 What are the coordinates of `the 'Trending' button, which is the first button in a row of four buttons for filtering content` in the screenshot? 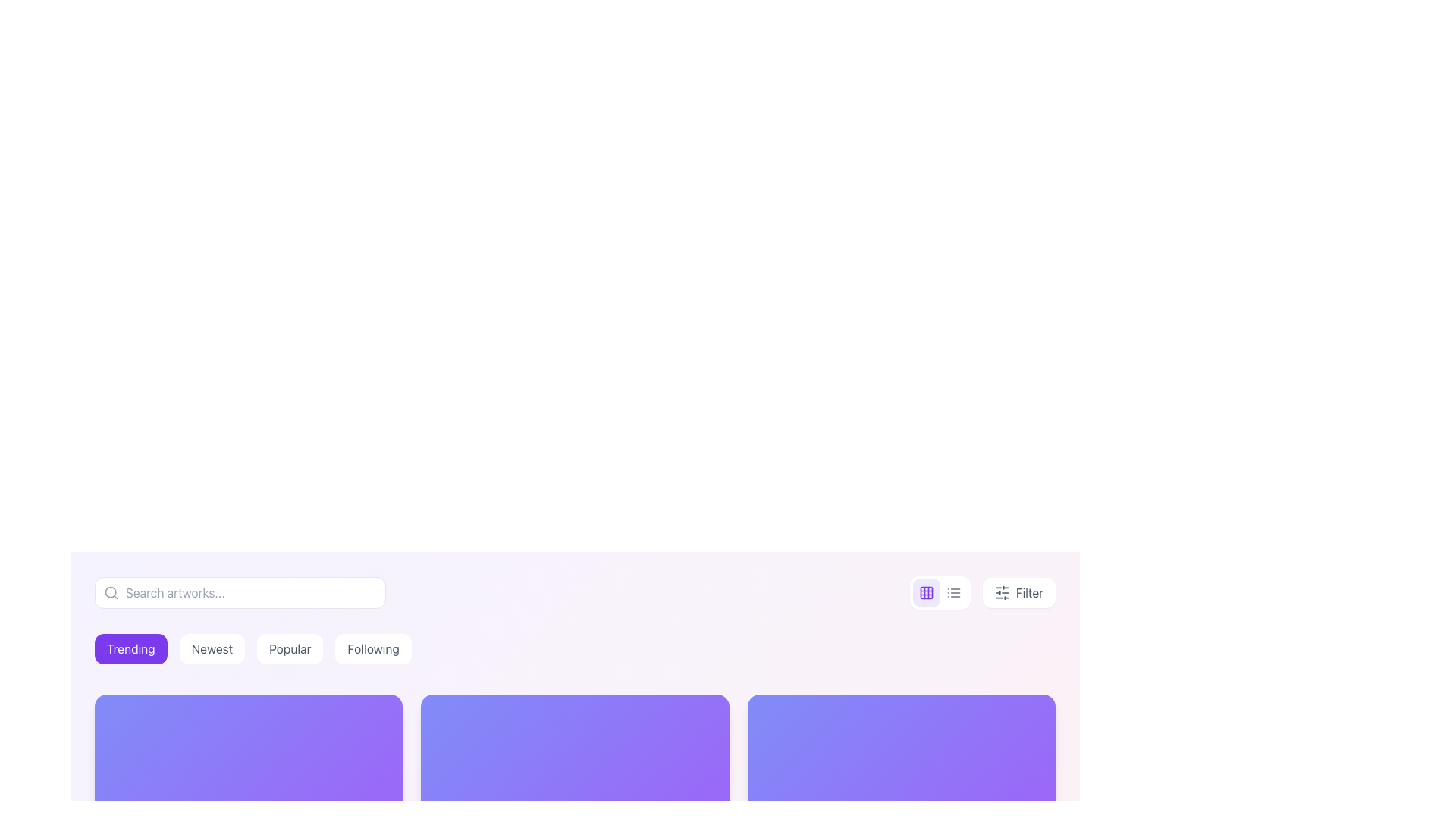 It's located at (130, 648).